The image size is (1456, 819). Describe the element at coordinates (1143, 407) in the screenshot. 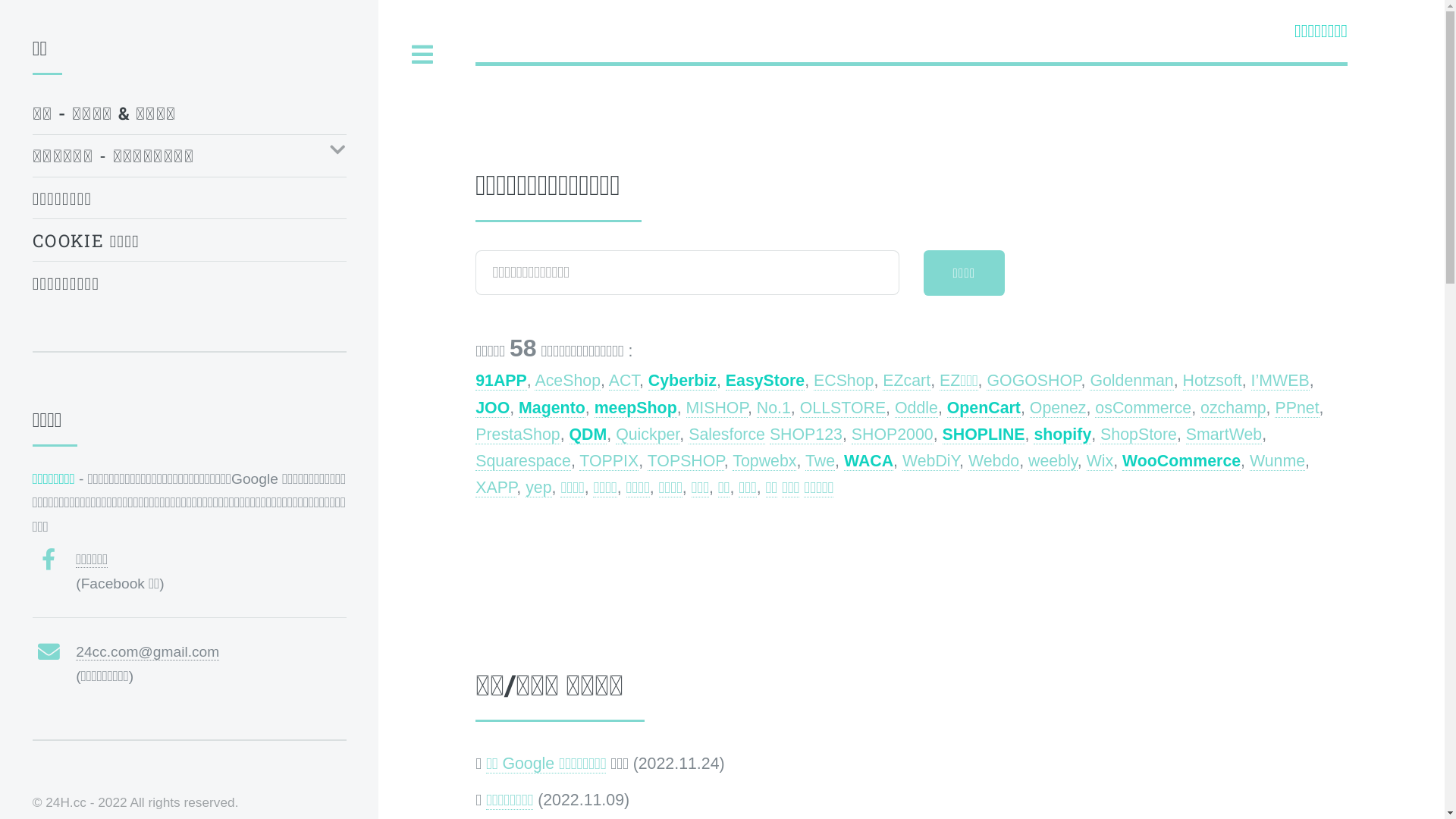

I see `'osCommerce'` at that location.